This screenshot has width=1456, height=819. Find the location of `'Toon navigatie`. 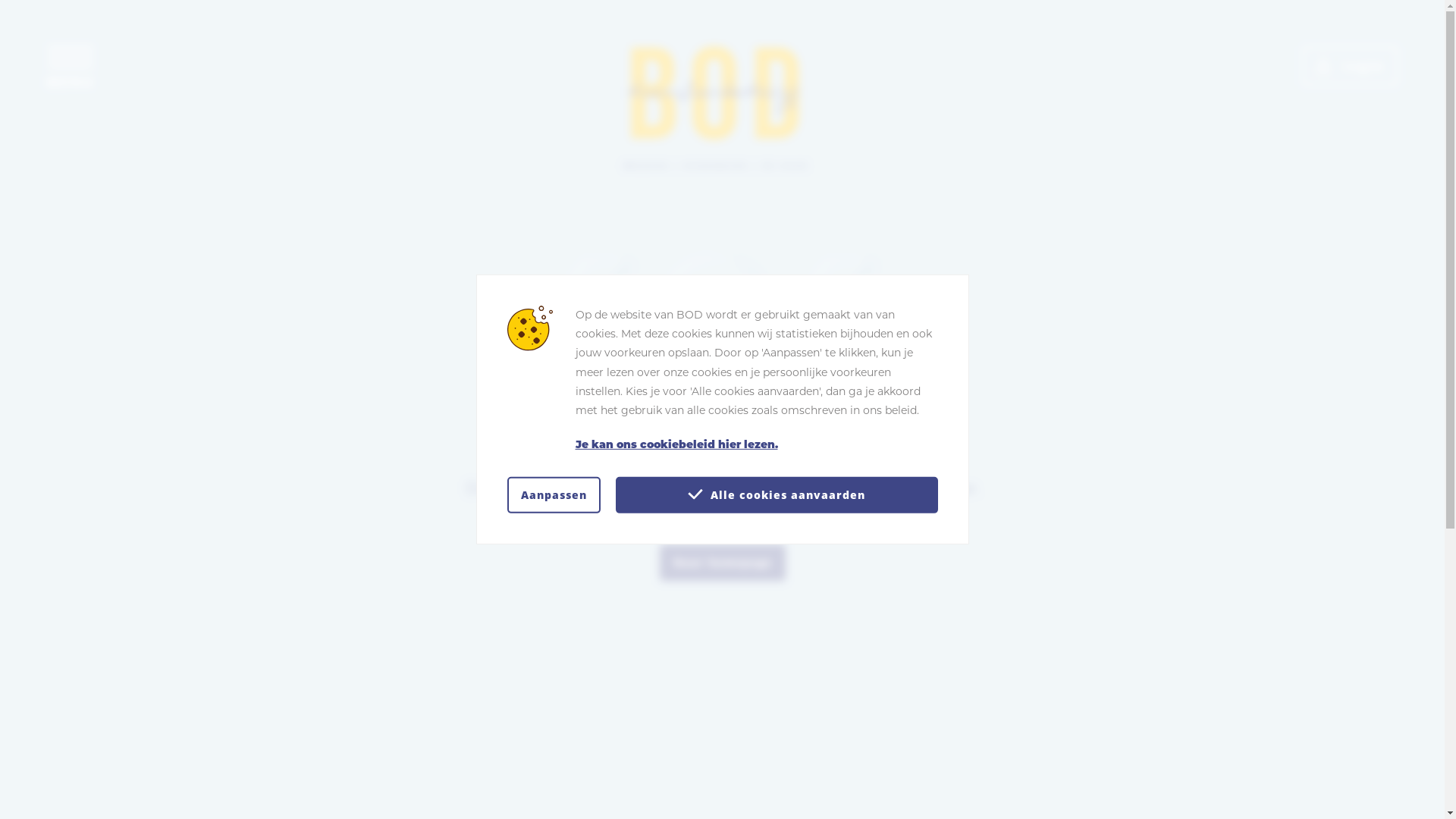

'Toon navigatie is located at coordinates (69, 66).